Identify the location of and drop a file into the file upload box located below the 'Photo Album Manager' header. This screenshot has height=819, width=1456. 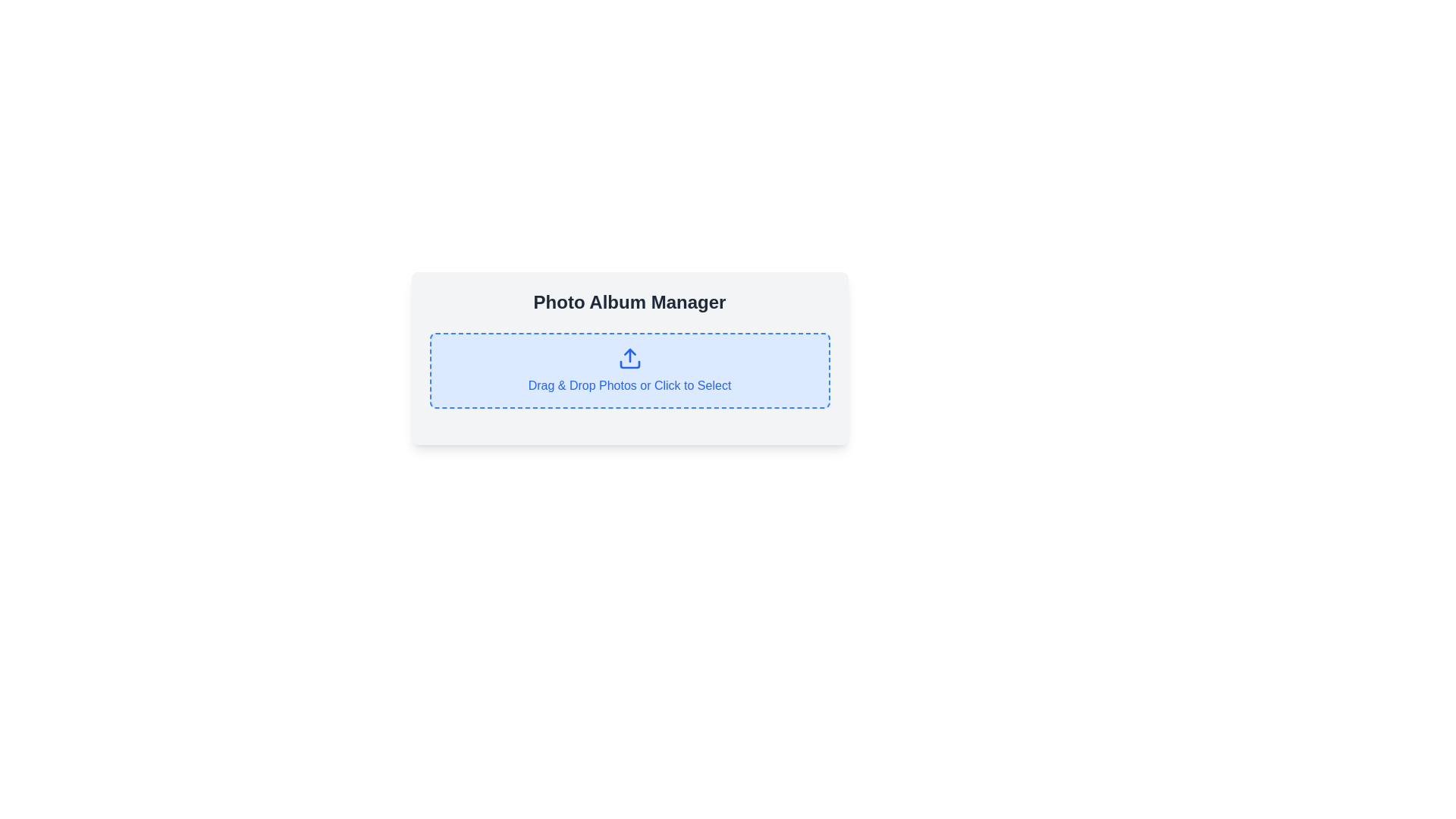
(629, 371).